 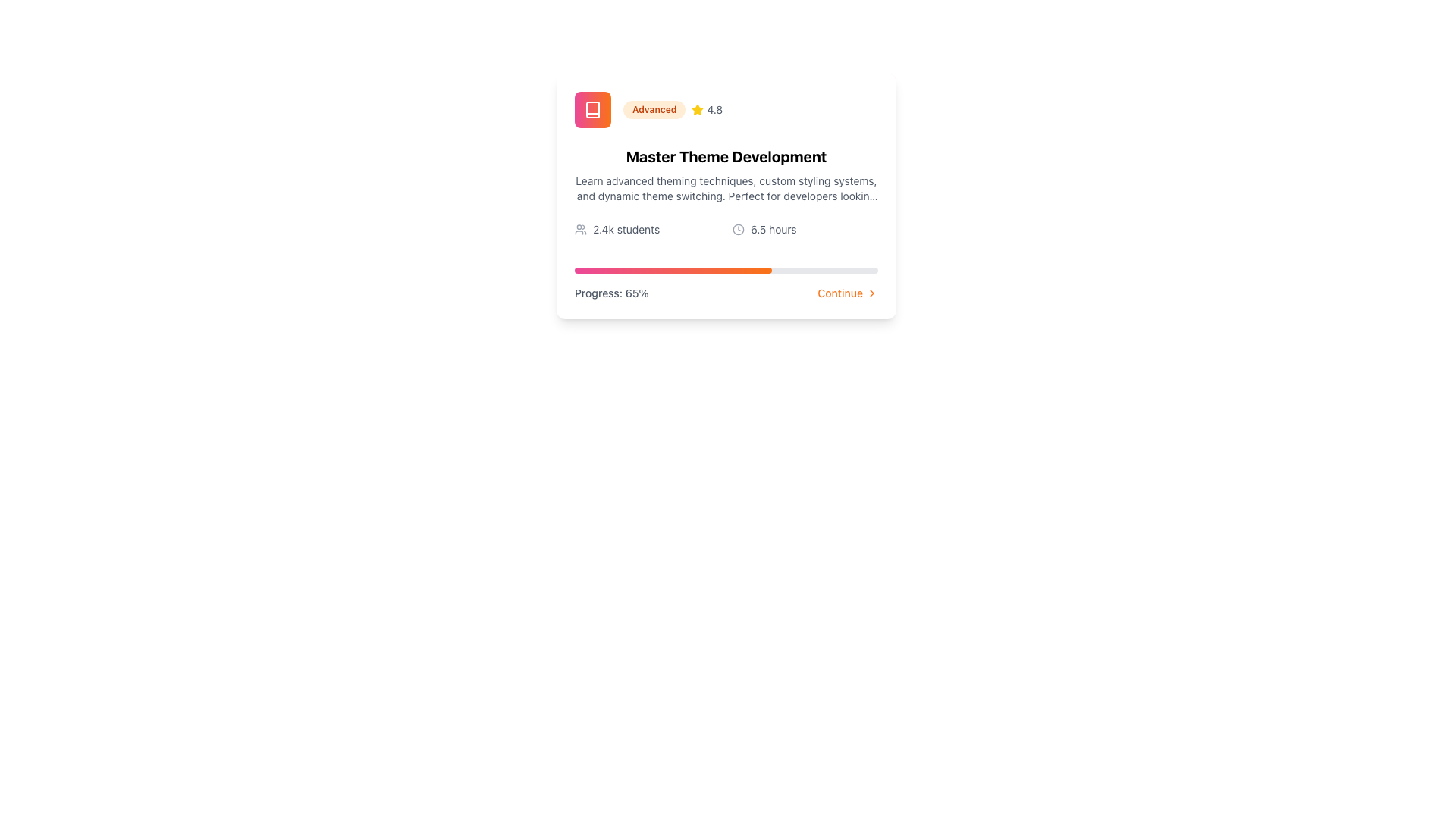 What do you see at coordinates (726, 317) in the screenshot?
I see `the decorative bar located at the bottom edge of the card containing 'Master Theme Development' details to indicate its active state` at bounding box center [726, 317].